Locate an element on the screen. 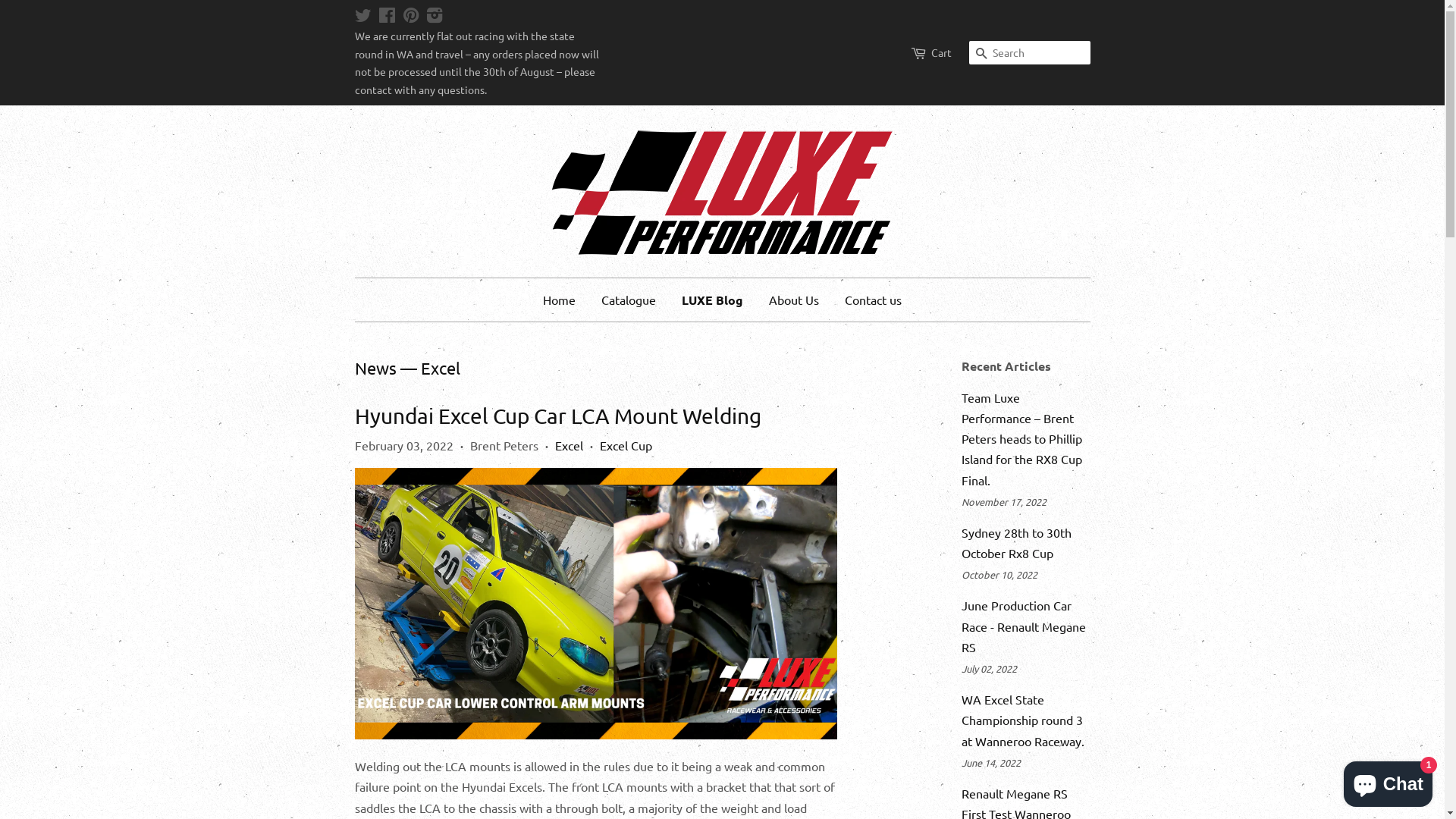 The image size is (1456, 819). 'Cart' is located at coordinates (940, 52).